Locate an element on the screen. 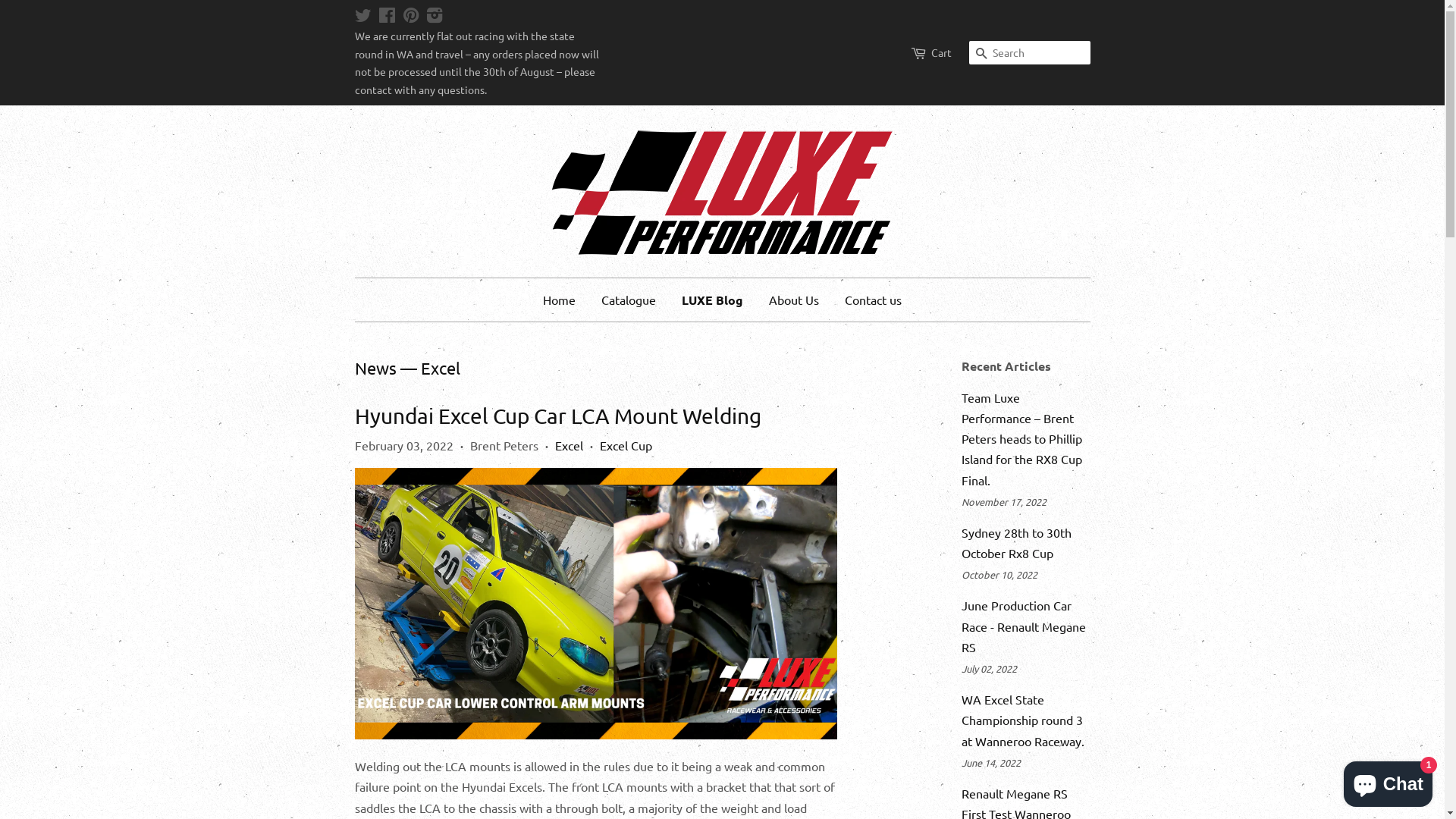 The image size is (1456, 819). 'Cart' is located at coordinates (940, 52).